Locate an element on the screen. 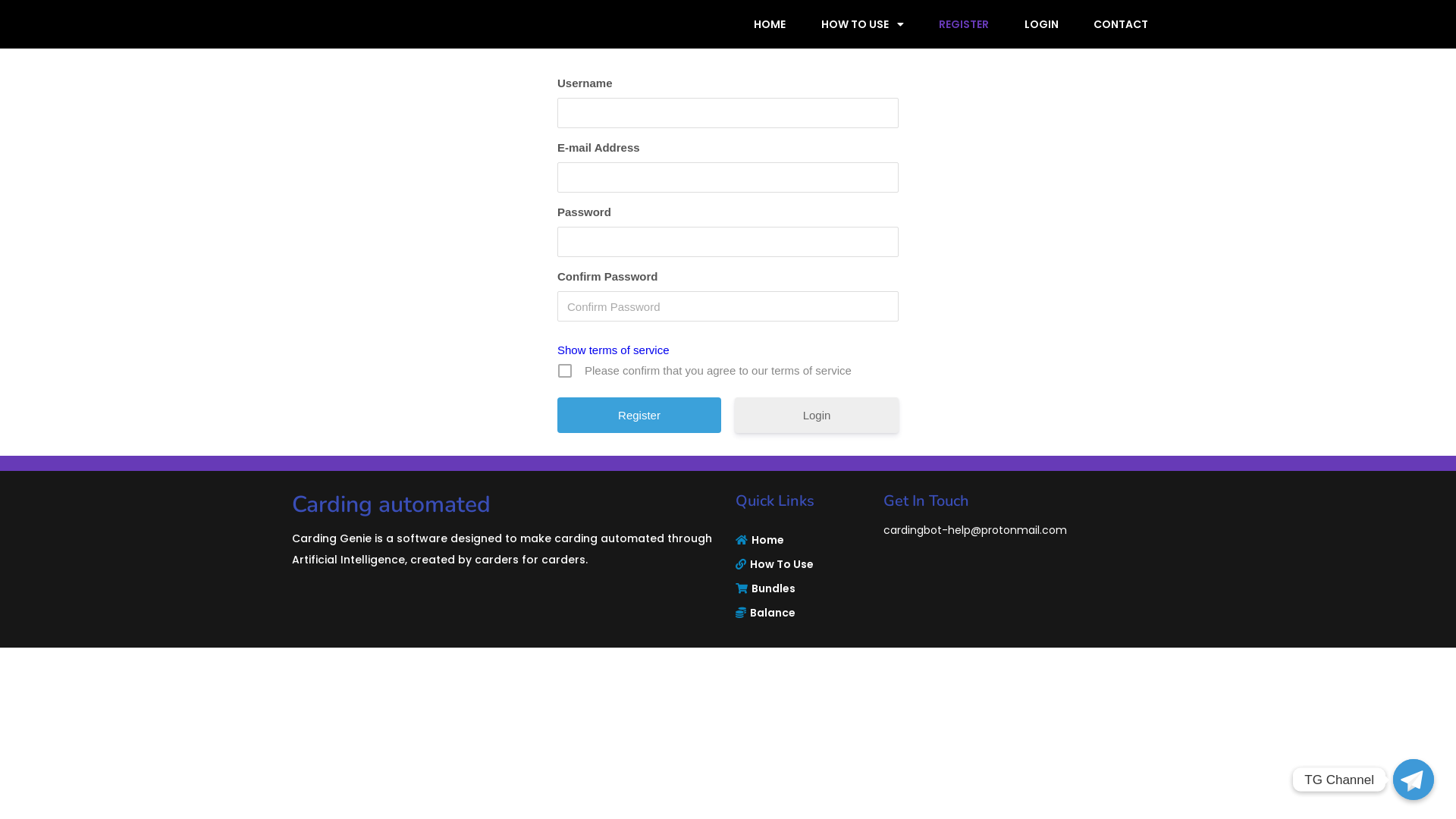 Image resolution: width=1456 pixels, height=819 pixels. 'TG Channel' is located at coordinates (1412, 780).